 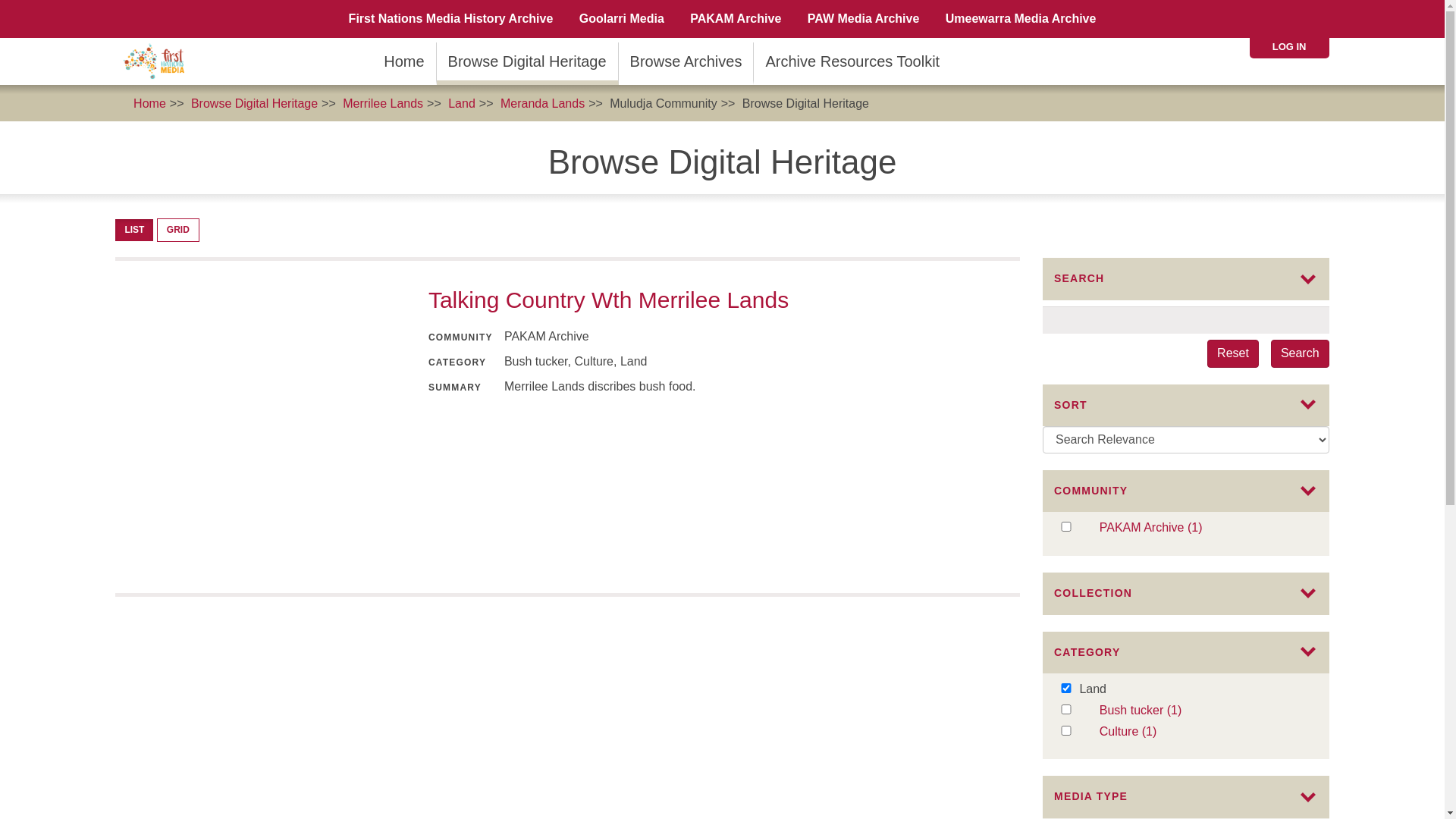 I want to click on 'Archive Resources Toolkit', so click(x=852, y=61).